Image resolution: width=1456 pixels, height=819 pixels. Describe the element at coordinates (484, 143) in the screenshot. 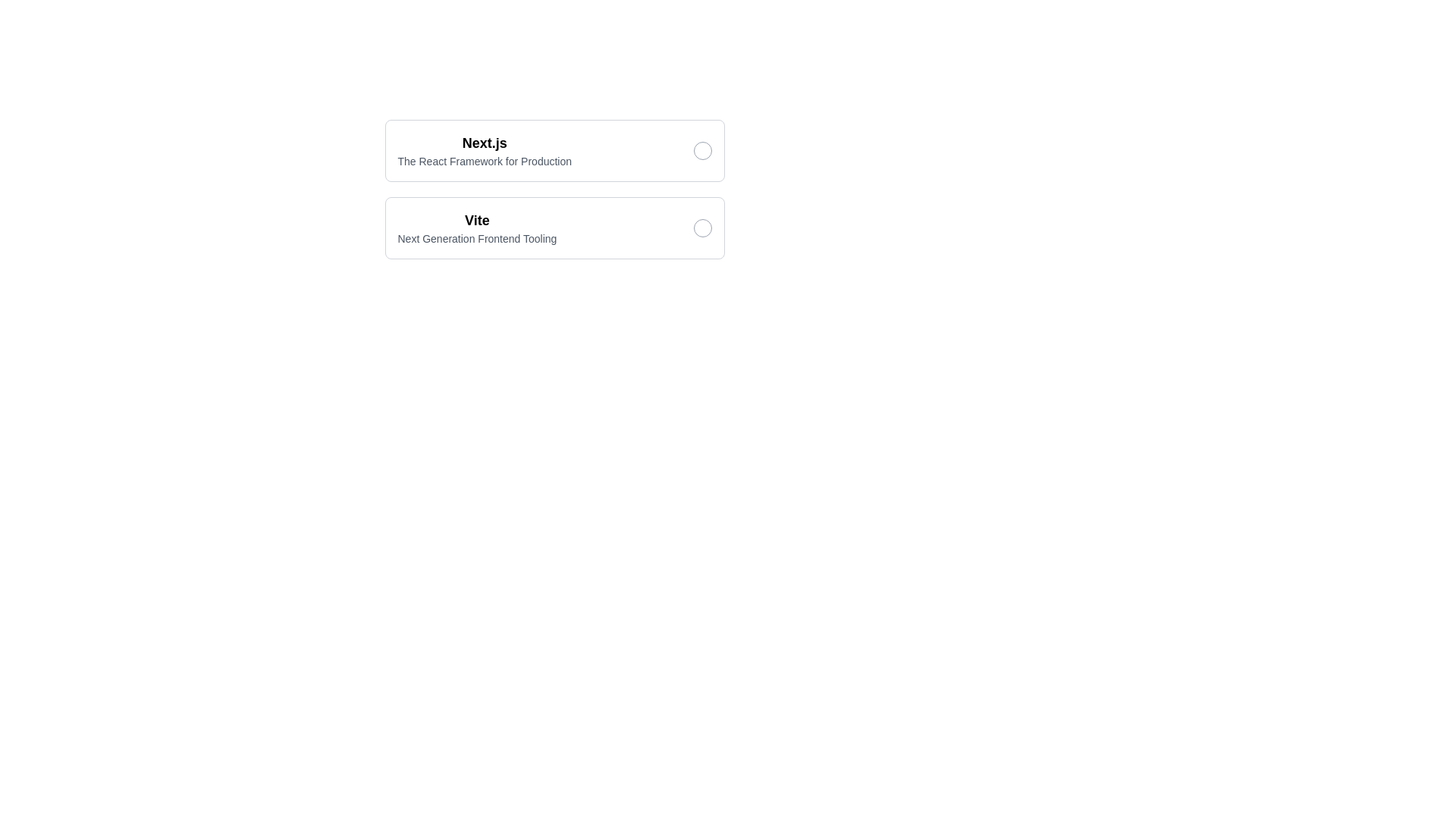

I see `text content of the heading displaying 'Next.js', which is styled with 'text-lg font-semibold' and is located above the description 'The React Framework for Production'` at that location.